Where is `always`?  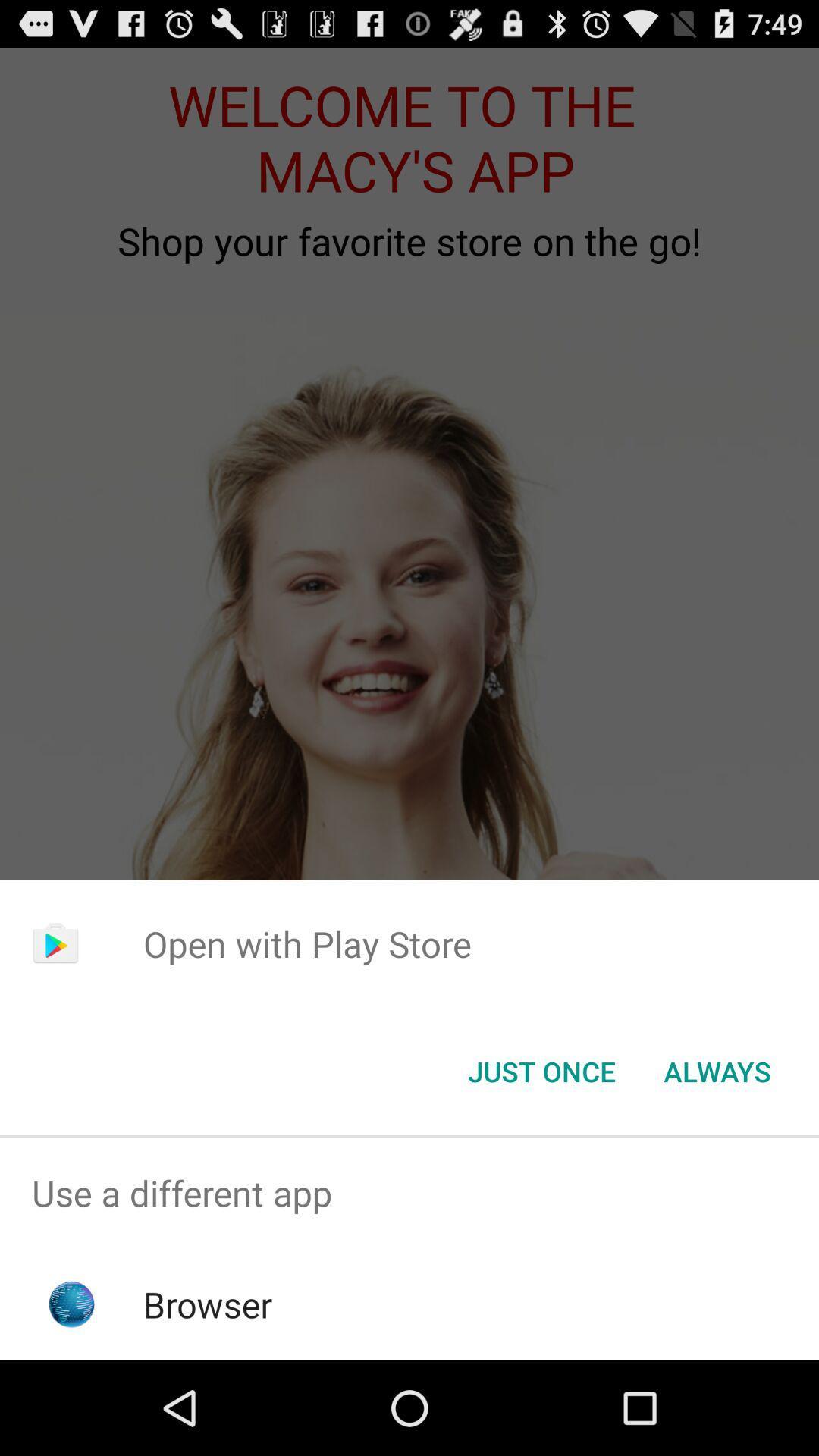 always is located at coordinates (717, 1070).